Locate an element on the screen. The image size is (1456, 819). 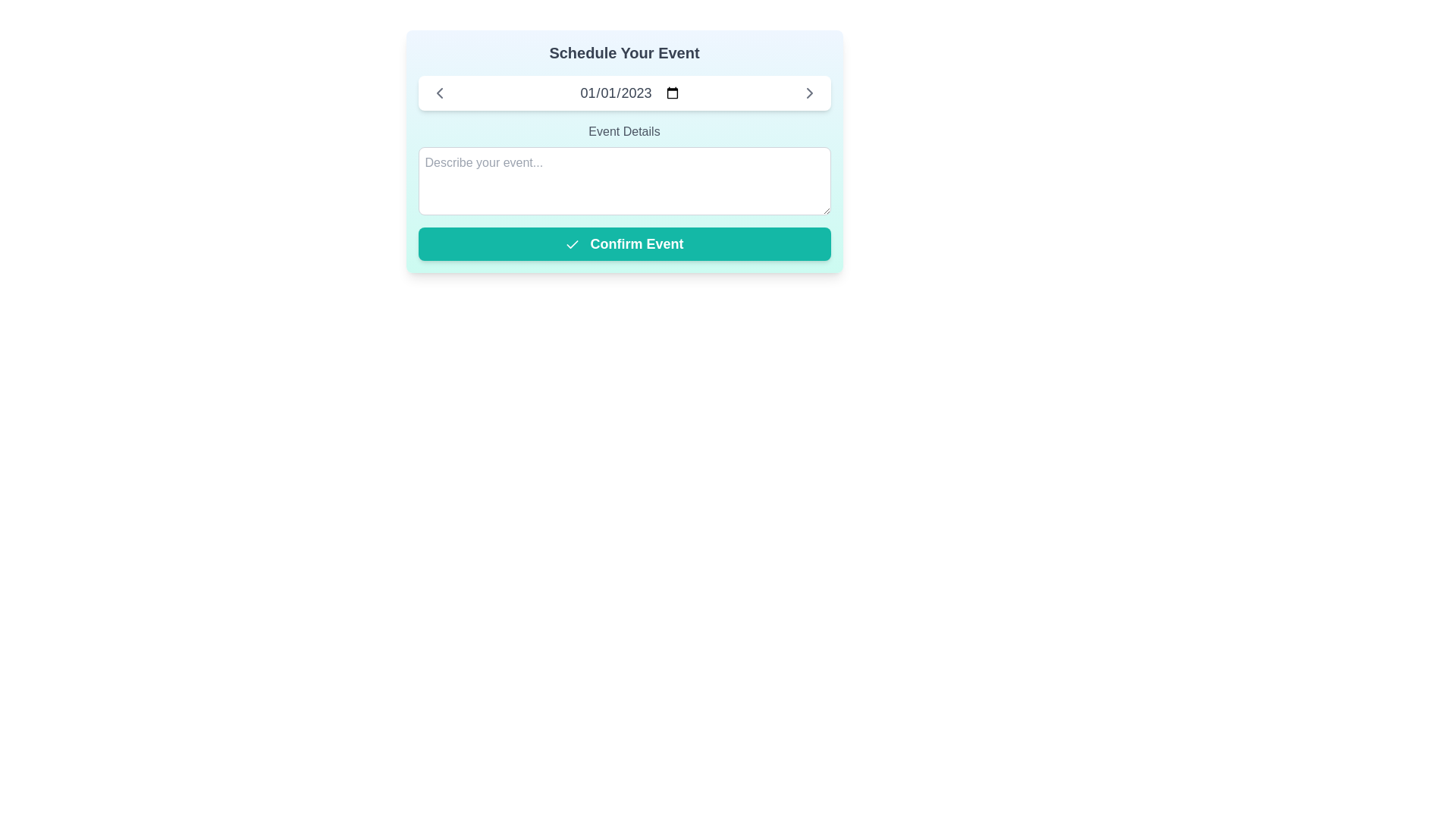
the Text Area labeled 'Event Details' to enable user input for event details is located at coordinates (624, 169).